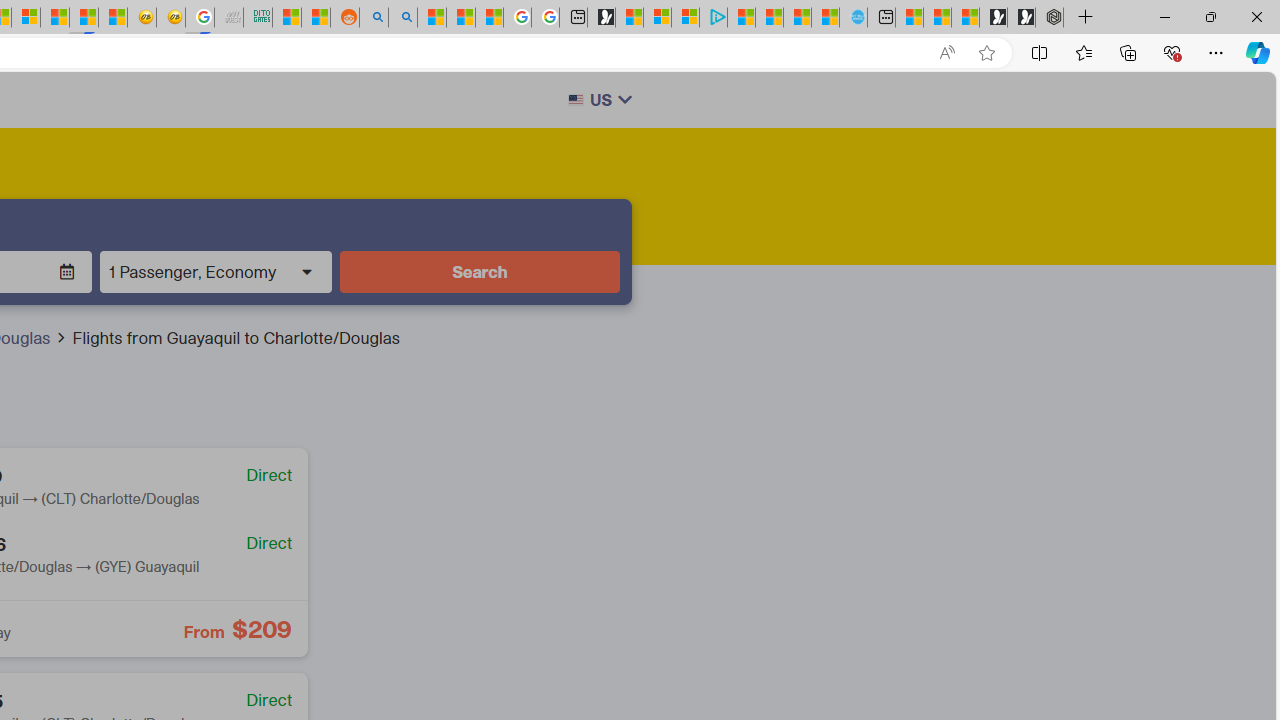 The height and width of the screenshot is (720, 1280). Describe the element at coordinates (574, 100) in the screenshot. I see `'Class: w-full h-auto rounded-sm border border-gray-200'` at that location.